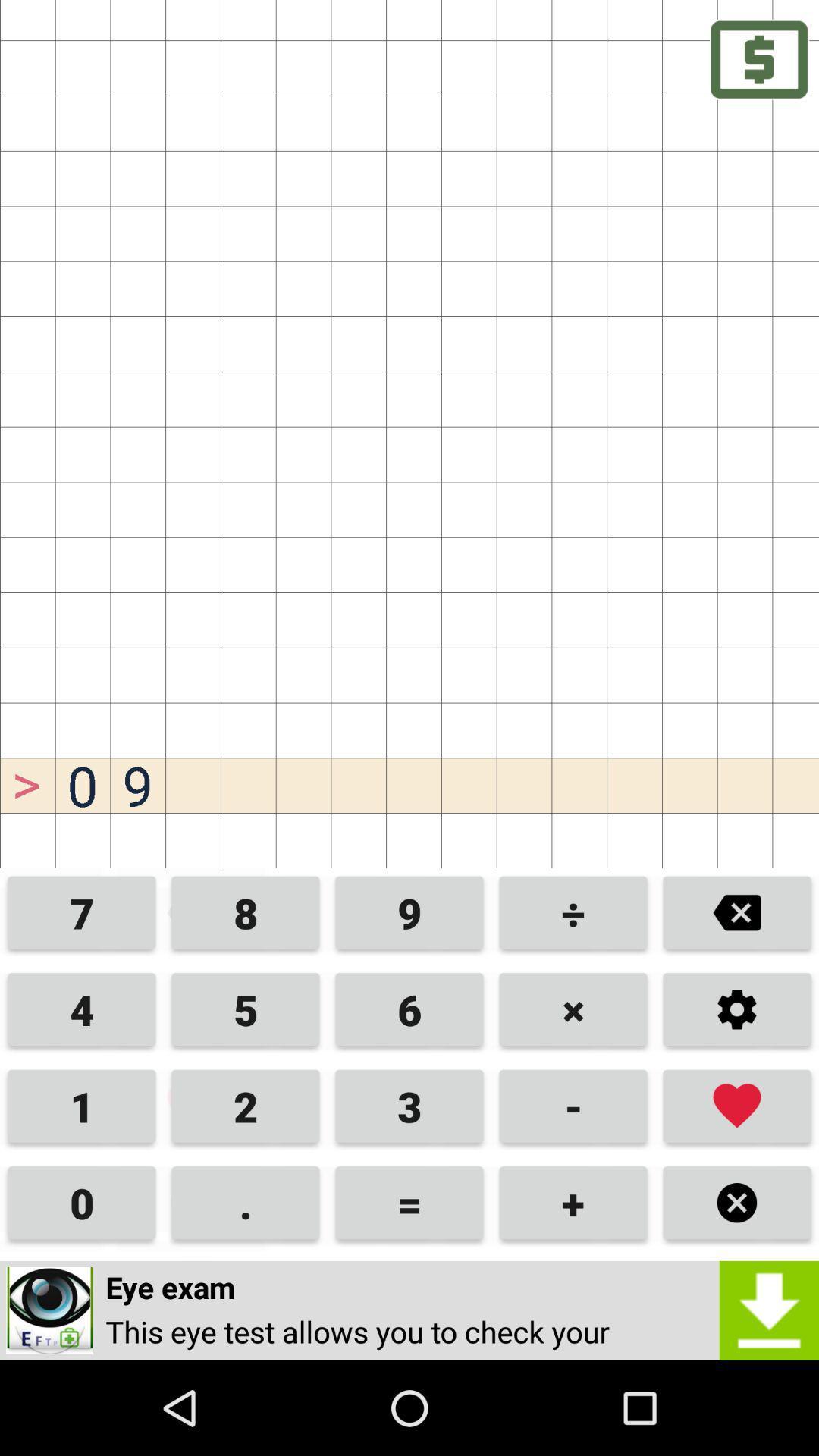 This screenshot has height=1456, width=819. I want to click on the favorite icon, so click(736, 1106).